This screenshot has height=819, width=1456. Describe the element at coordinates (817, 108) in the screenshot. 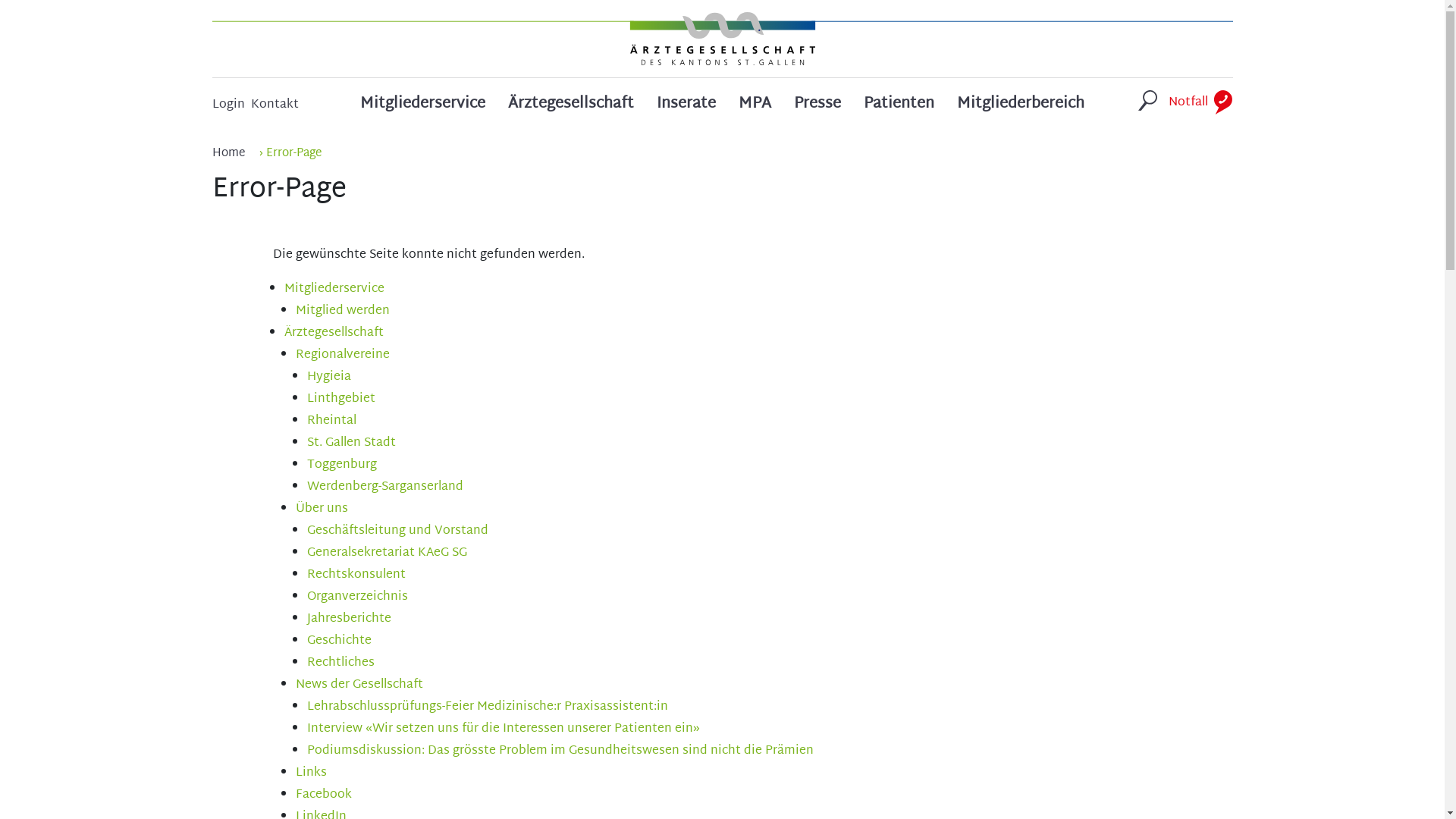

I see `'Presse'` at that location.